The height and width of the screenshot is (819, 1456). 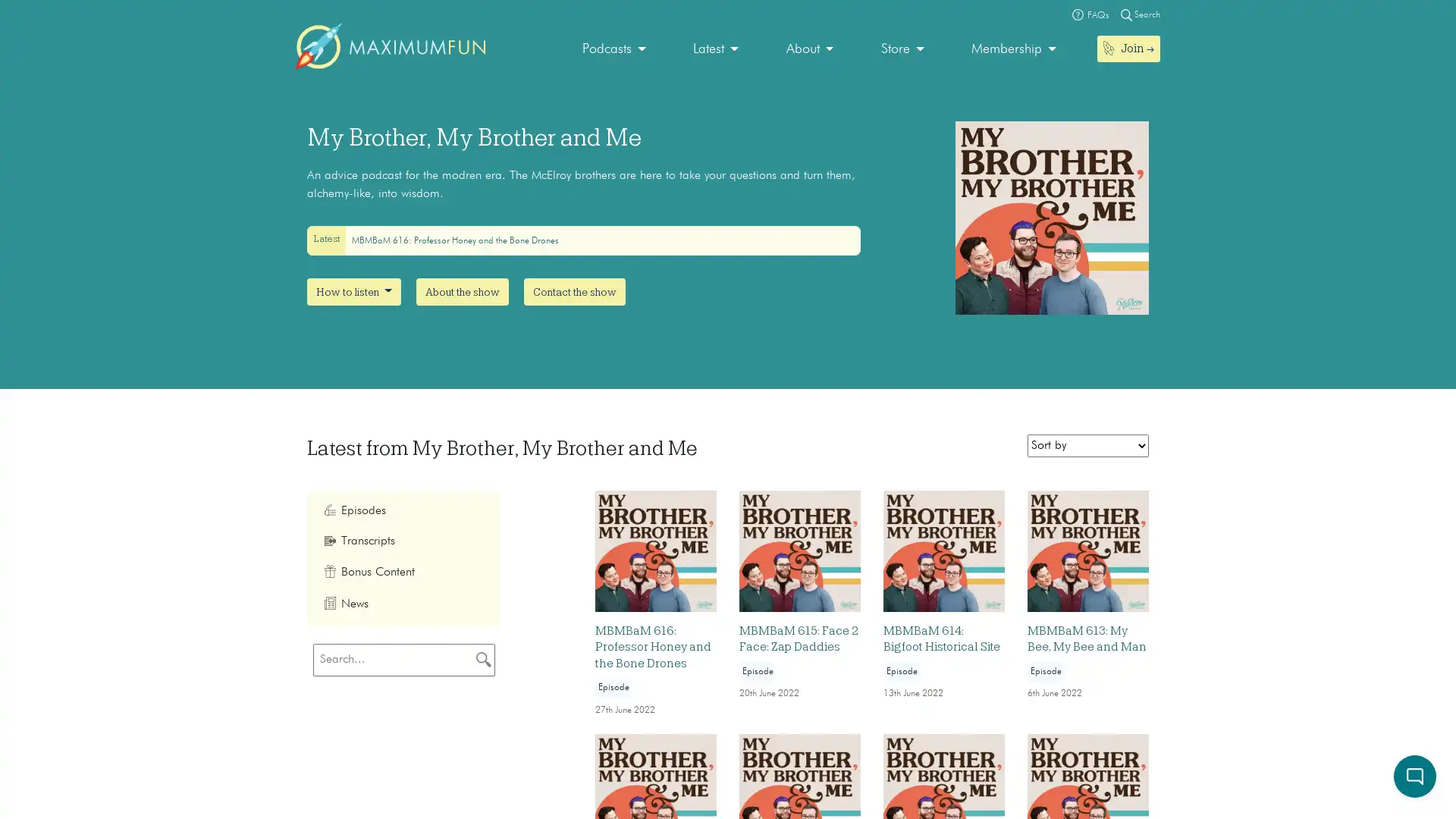 What do you see at coordinates (1140, 14) in the screenshot?
I see `Magnifying glass Search` at bounding box center [1140, 14].